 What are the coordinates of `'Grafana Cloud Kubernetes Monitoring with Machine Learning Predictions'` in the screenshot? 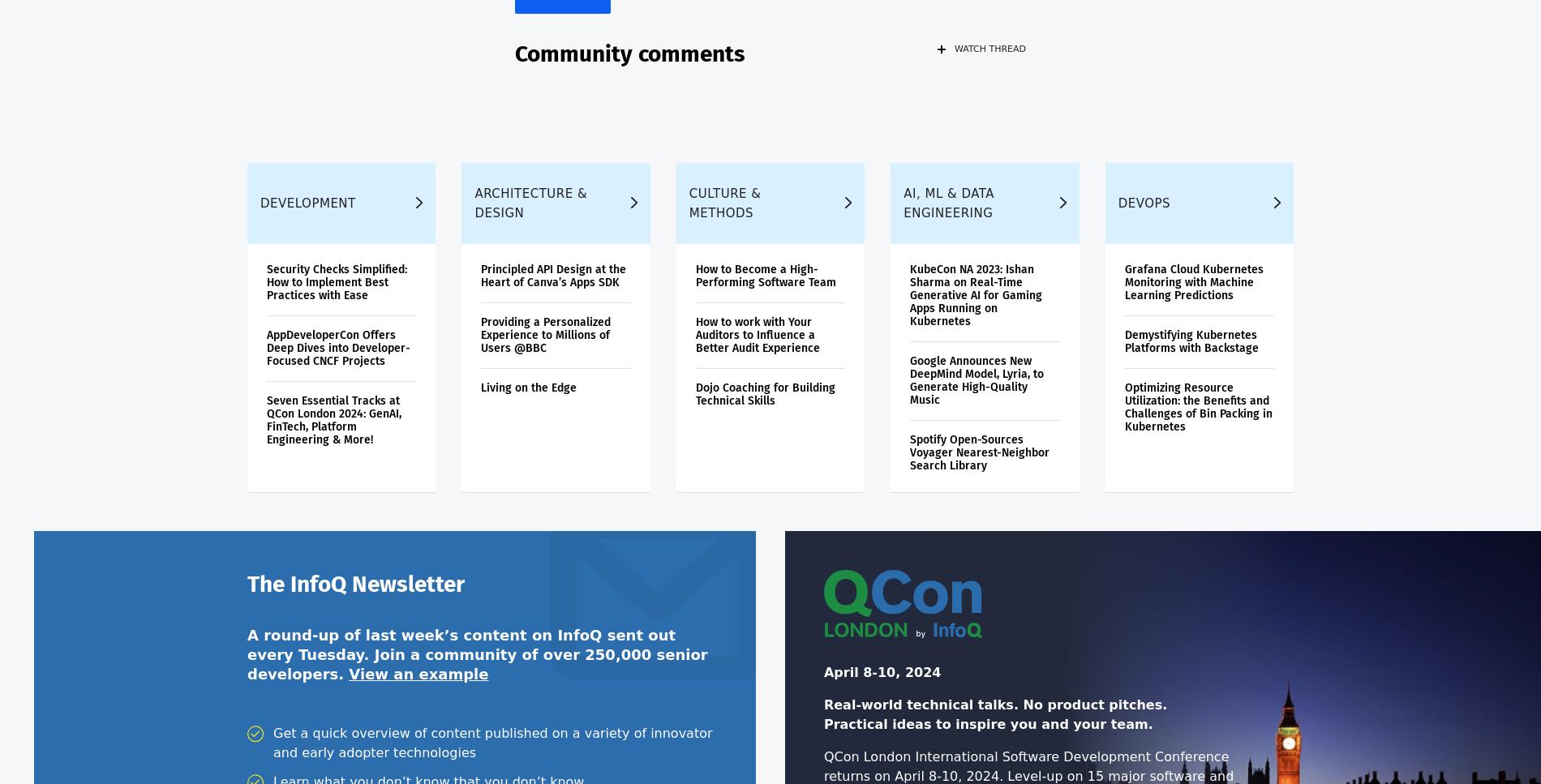 It's located at (1123, 291).